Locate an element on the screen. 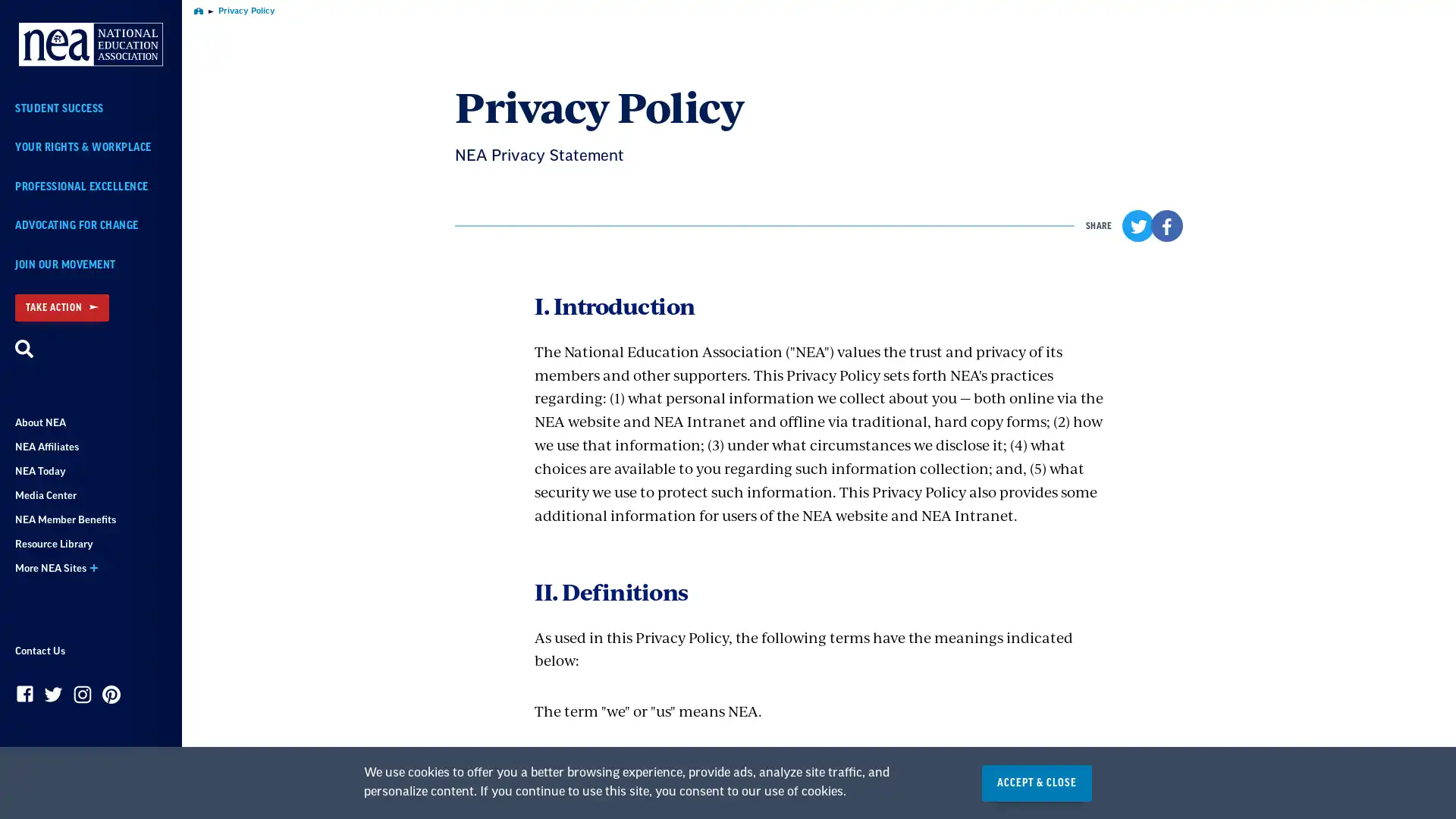 The image size is (1456, 819). Search is located at coordinates (24, 350).